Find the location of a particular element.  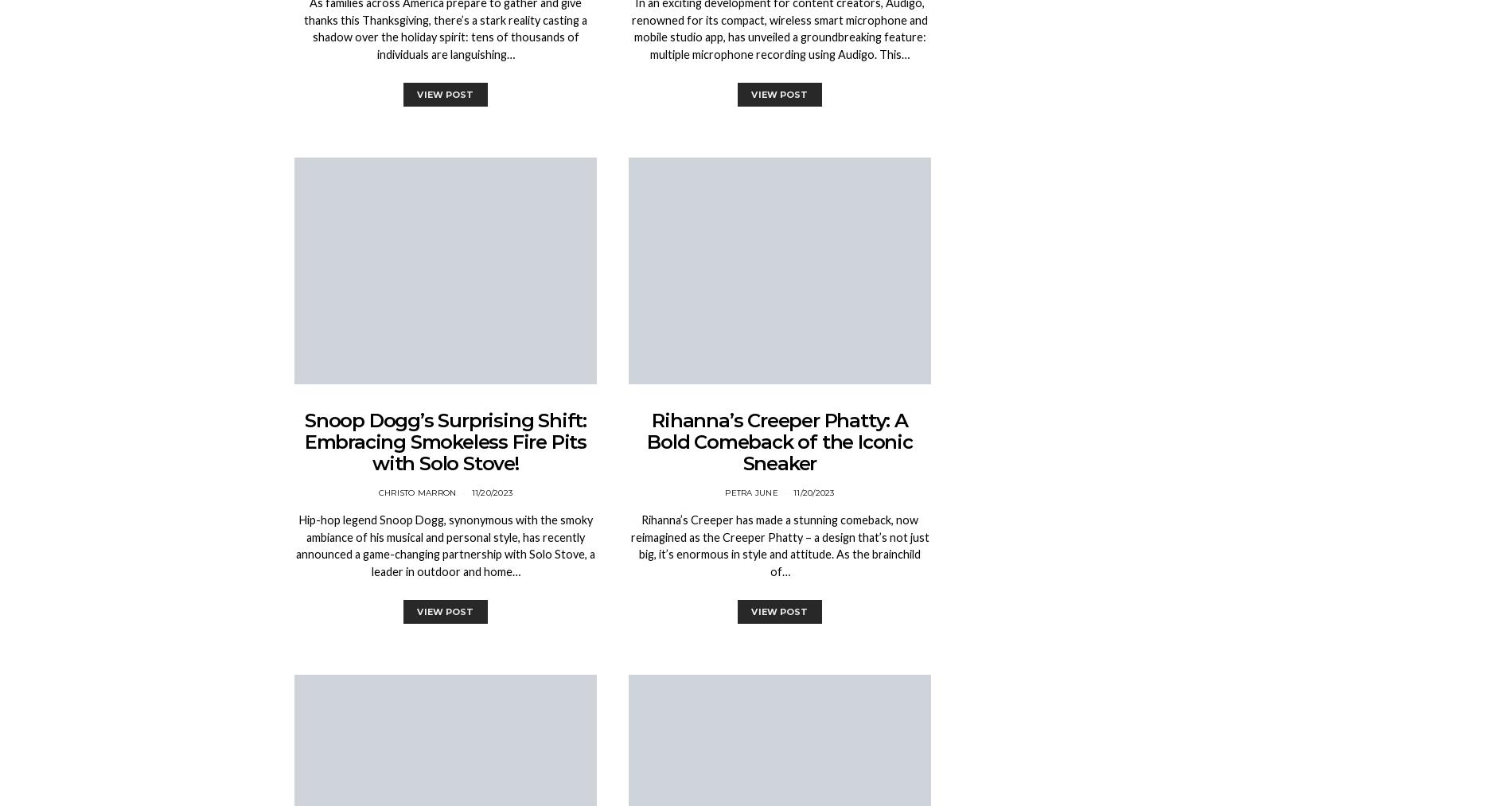

'Rihanna’s Creeper Phatty: A Bold Comeback of the Iconic Sneaker' is located at coordinates (779, 442).